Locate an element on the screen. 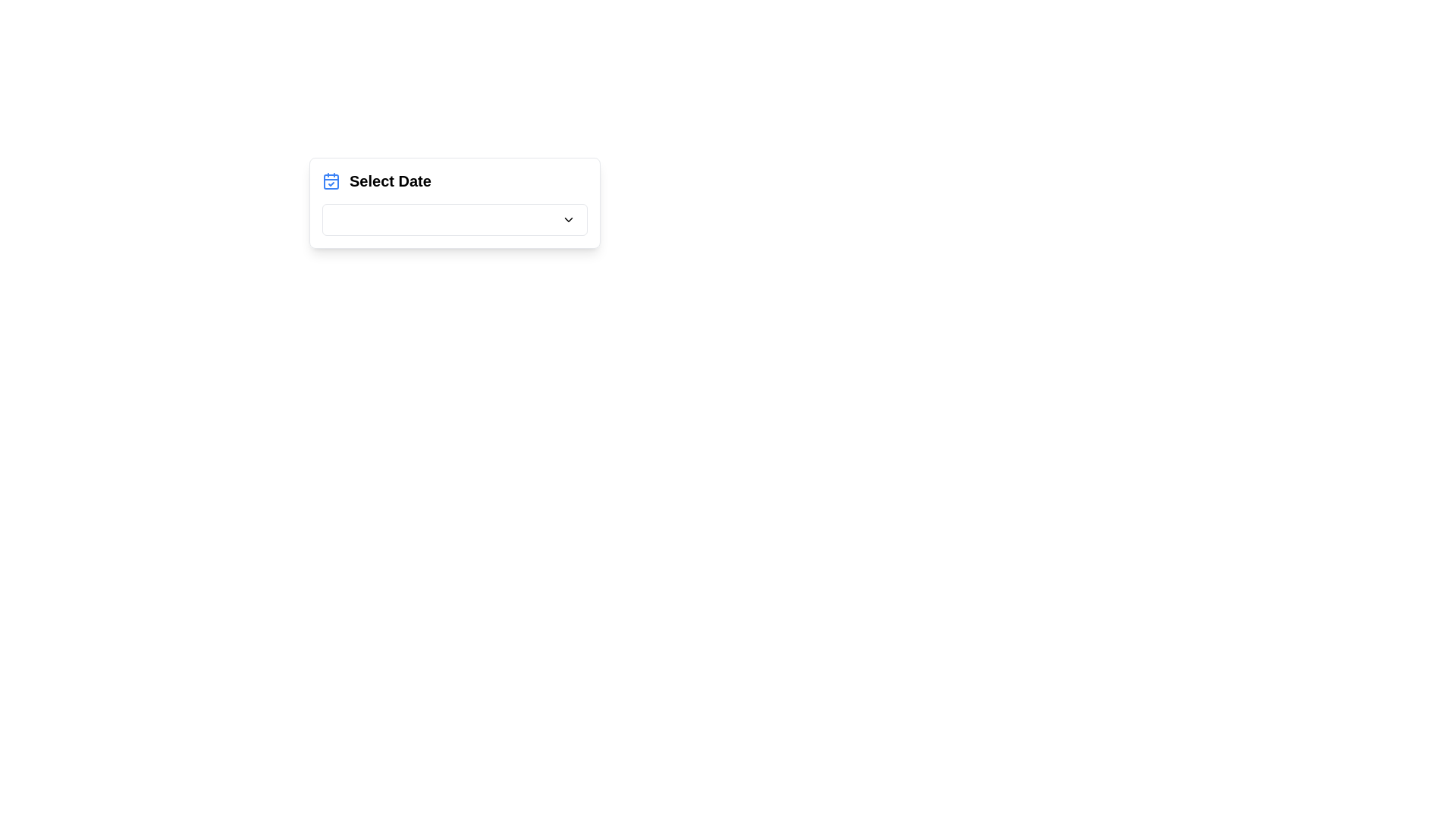  the descriptive header for date selection located to the right of a blue calendar icon and above a dropdown field is located at coordinates (390, 180).